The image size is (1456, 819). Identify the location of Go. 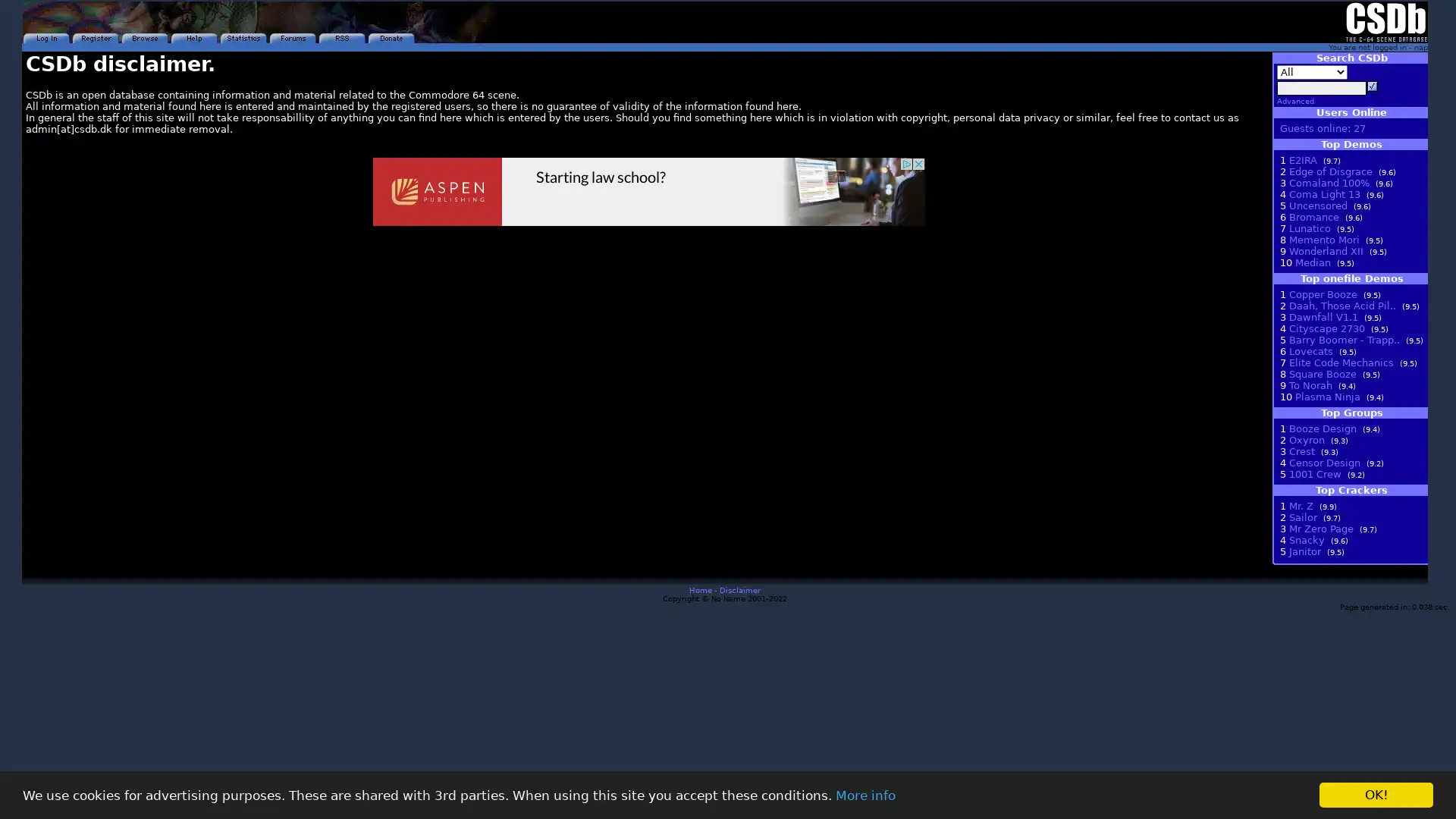
(1372, 86).